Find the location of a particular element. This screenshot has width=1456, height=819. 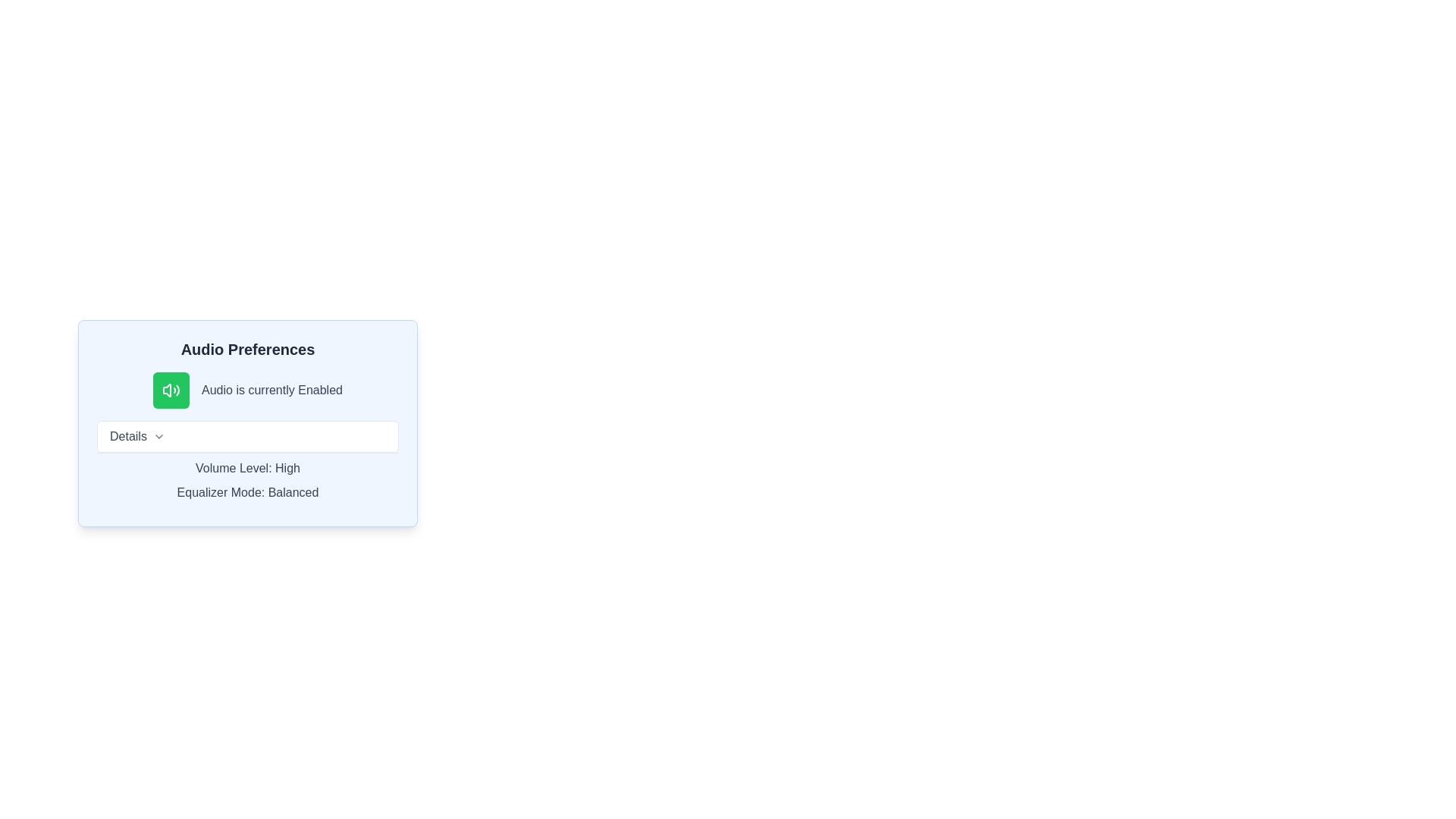

the static text label displaying the current volume level in the audio preferences, positioned above the 'Equalizer Mode: Balanced' text is located at coordinates (247, 467).